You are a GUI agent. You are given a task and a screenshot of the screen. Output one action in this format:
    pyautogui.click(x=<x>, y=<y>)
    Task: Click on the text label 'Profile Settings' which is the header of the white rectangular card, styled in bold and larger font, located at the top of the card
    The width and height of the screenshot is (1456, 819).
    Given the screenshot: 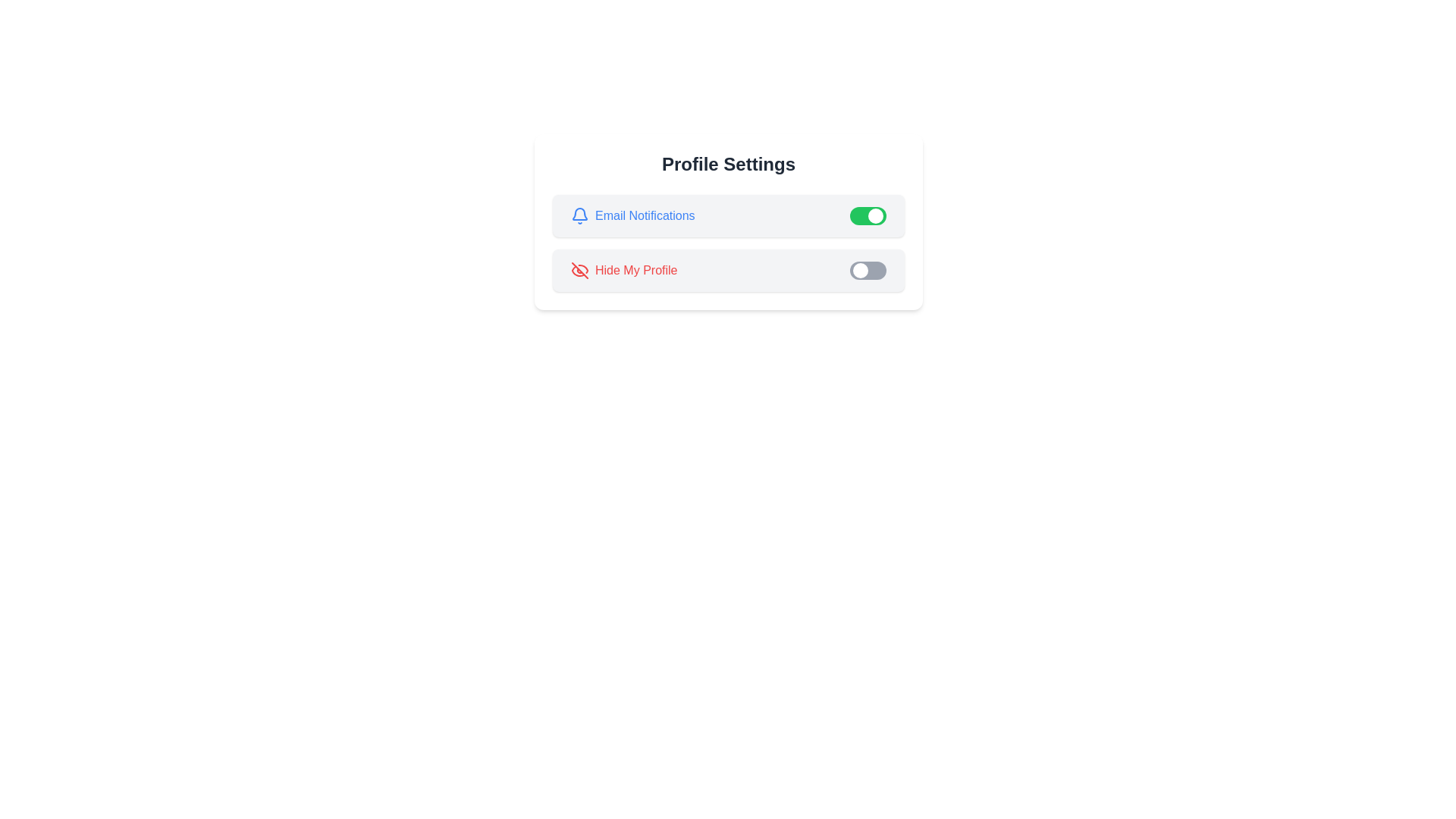 What is the action you would take?
    pyautogui.click(x=728, y=164)
    